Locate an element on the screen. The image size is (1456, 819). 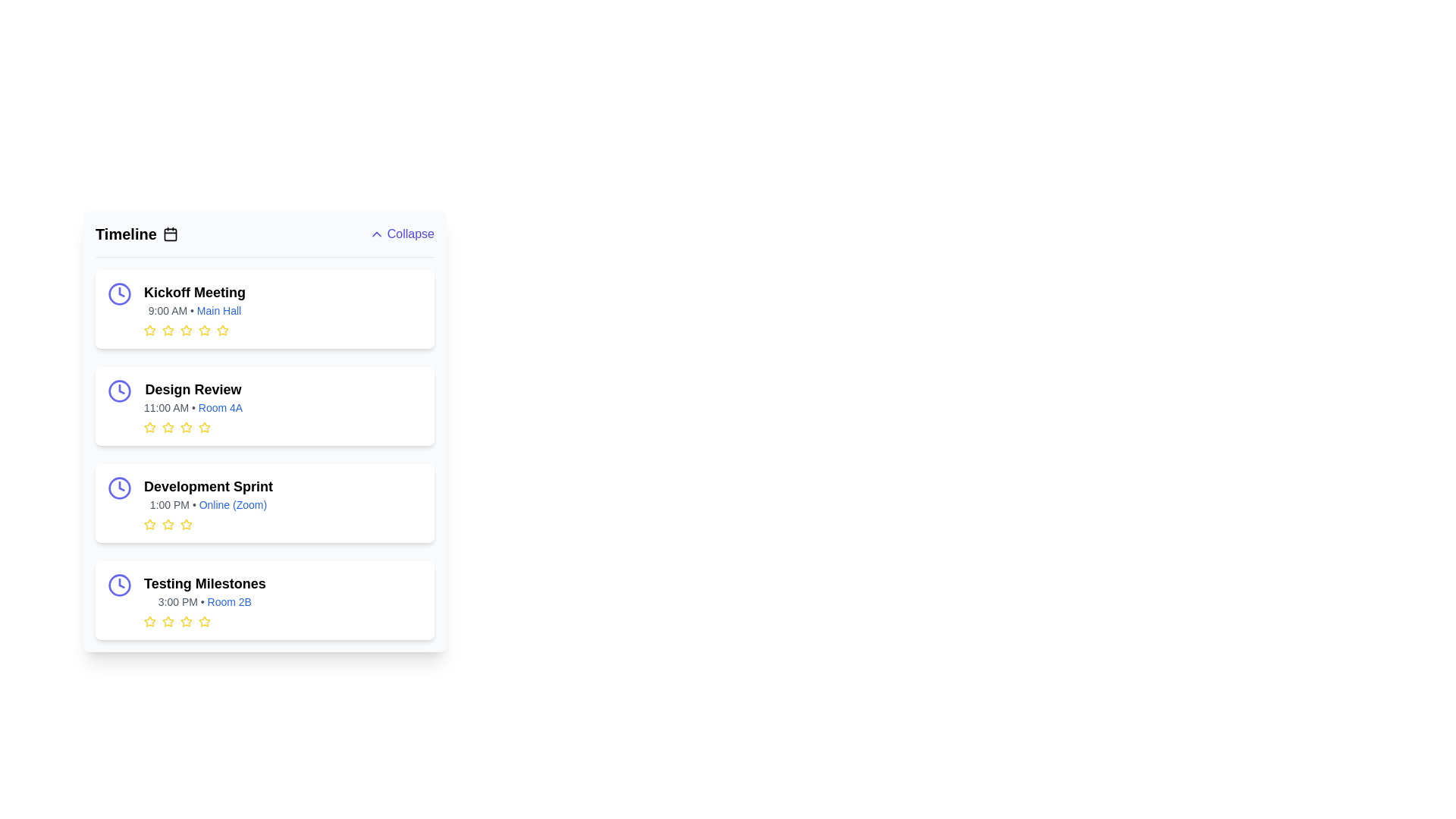
the 'Timeline' section header label with the calendar icon for accessibility navigation is located at coordinates (136, 234).